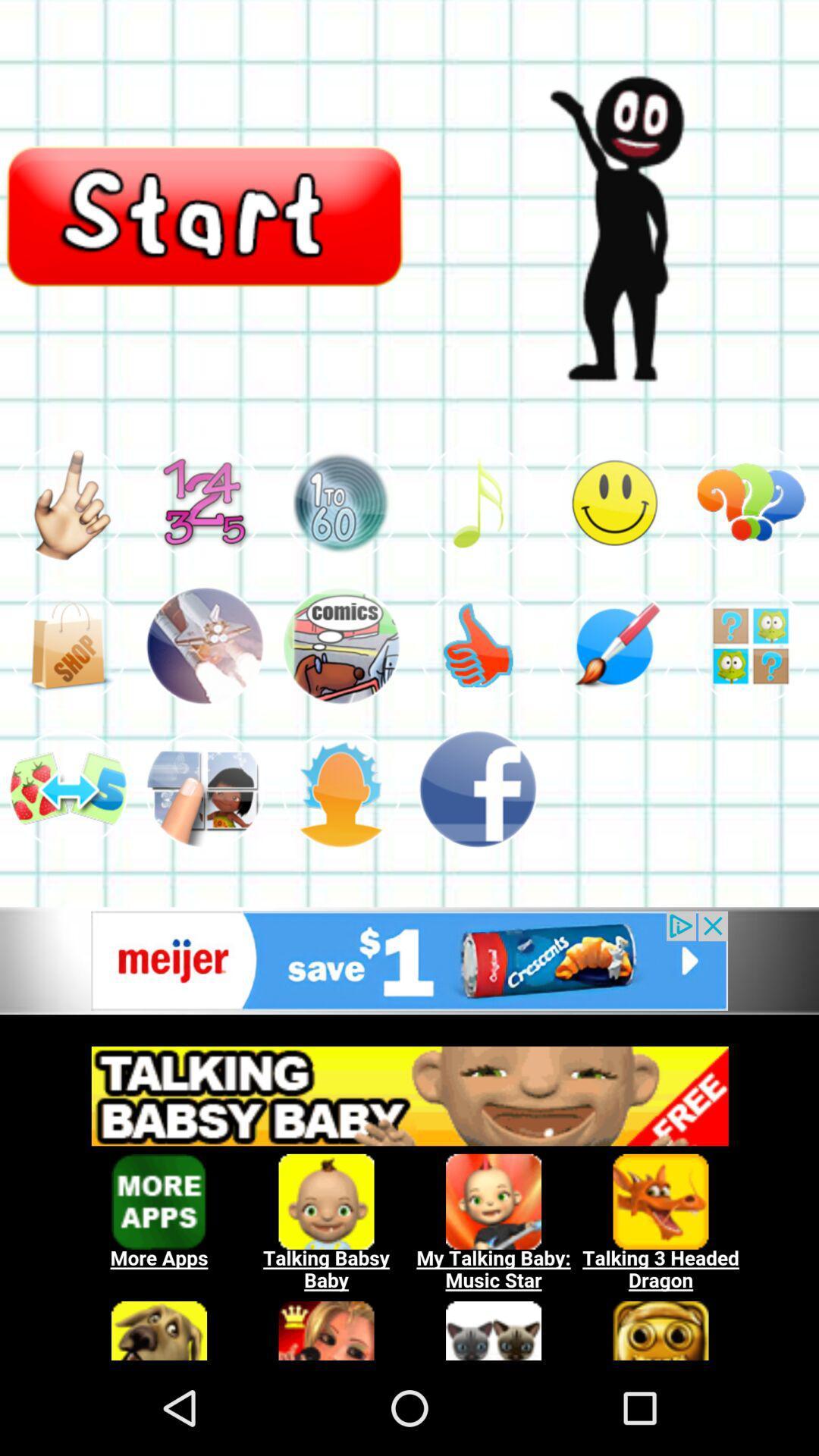 The height and width of the screenshot is (1456, 819). Describe the element at coordinates (476, 690) in the screenshot. I see `the thumbs_up icon` at that location.